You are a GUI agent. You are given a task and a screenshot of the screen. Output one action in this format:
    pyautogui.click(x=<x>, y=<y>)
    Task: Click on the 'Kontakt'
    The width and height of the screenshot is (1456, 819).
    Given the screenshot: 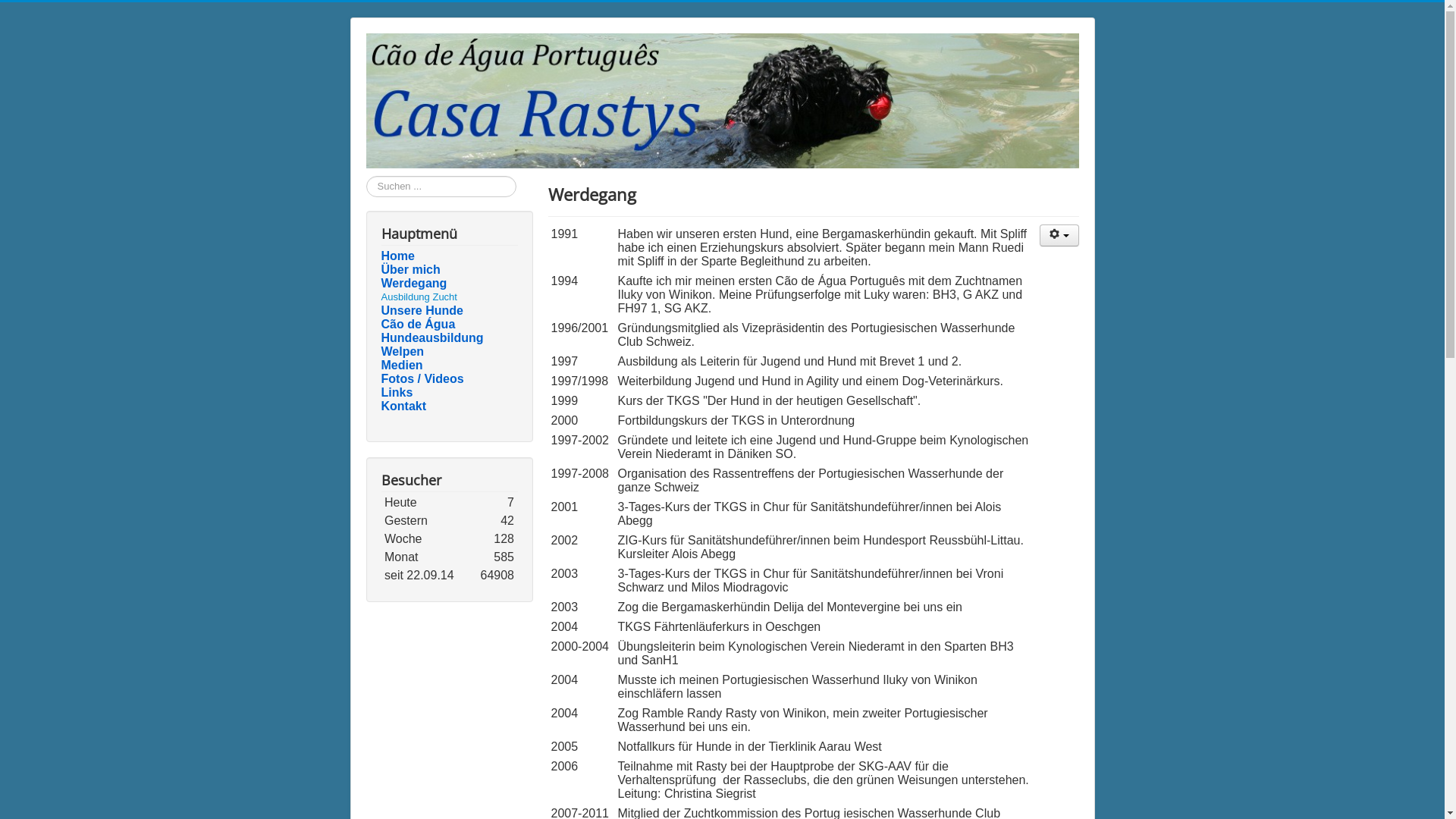 What is the action you would take?
    pyautogui.click(x=447, y=406)
    